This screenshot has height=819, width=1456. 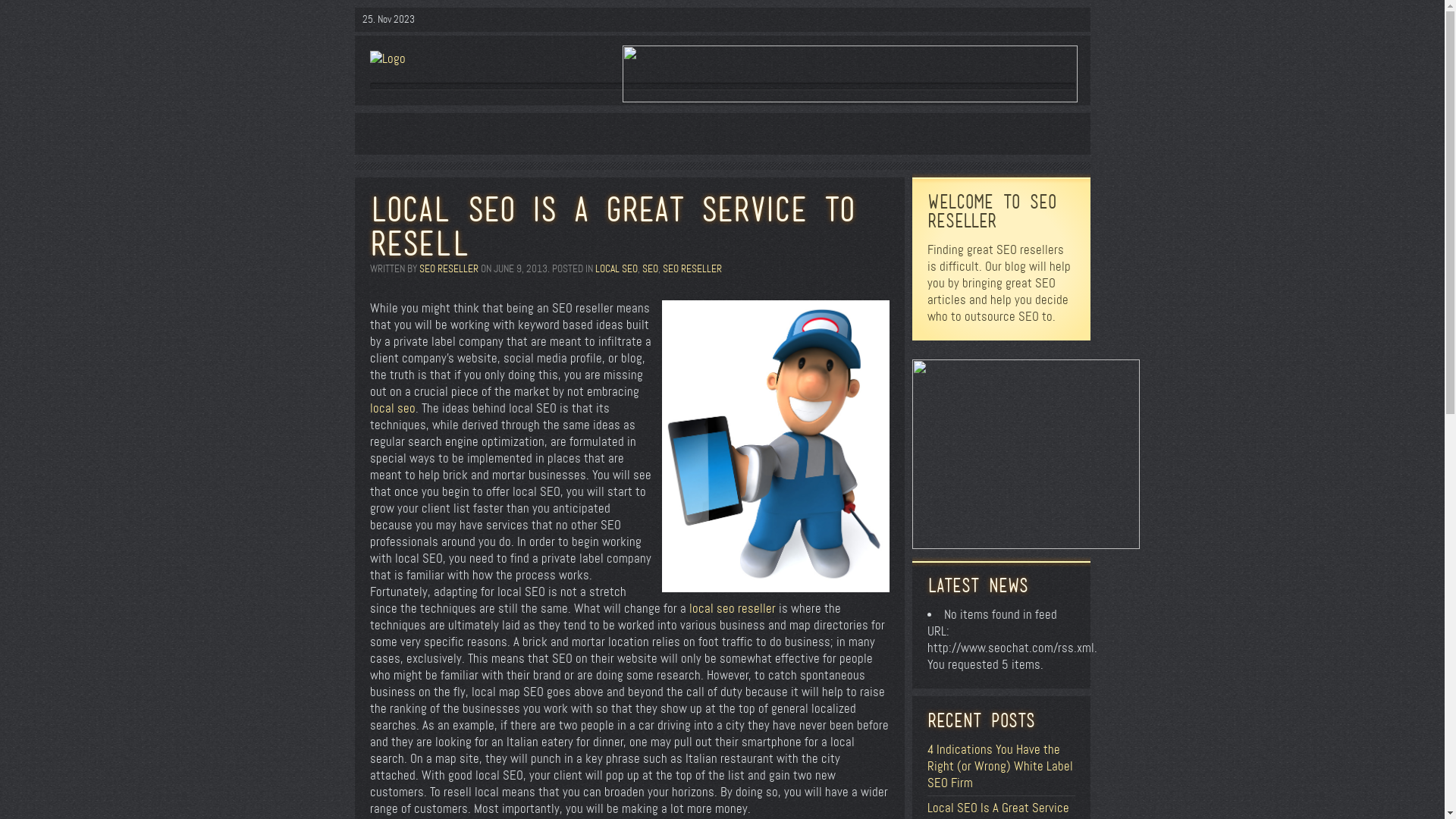 What do you see at coordinates (662, 268) in the screenshot?
I see `'SEO RESELLER'` at bounding box center [662, 268].